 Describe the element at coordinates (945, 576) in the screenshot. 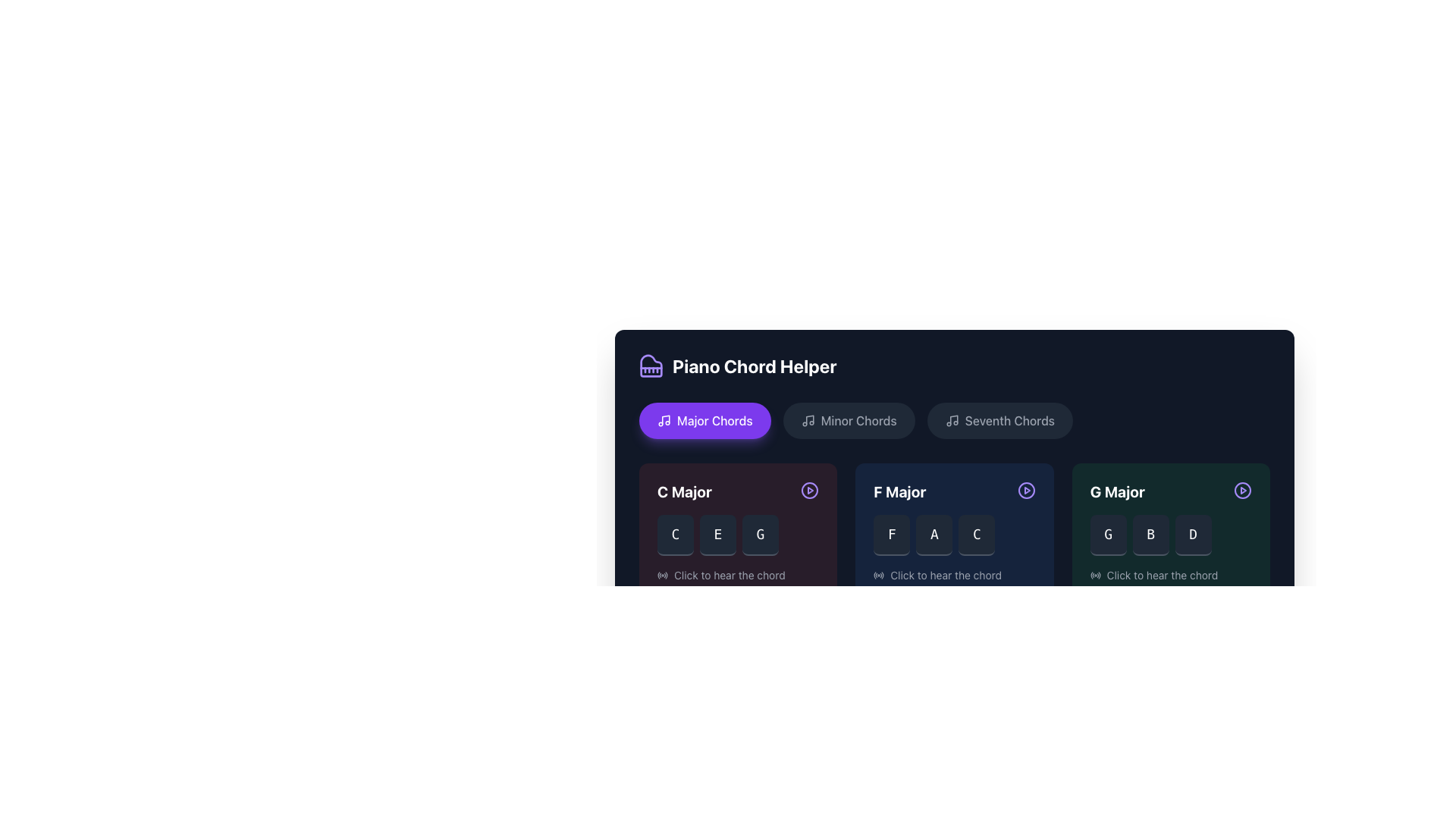

I see `the text label that serves as an instruction for the 'F Major' chord sound playback, located at the bottom of the 'F Major' chord card` at that location.